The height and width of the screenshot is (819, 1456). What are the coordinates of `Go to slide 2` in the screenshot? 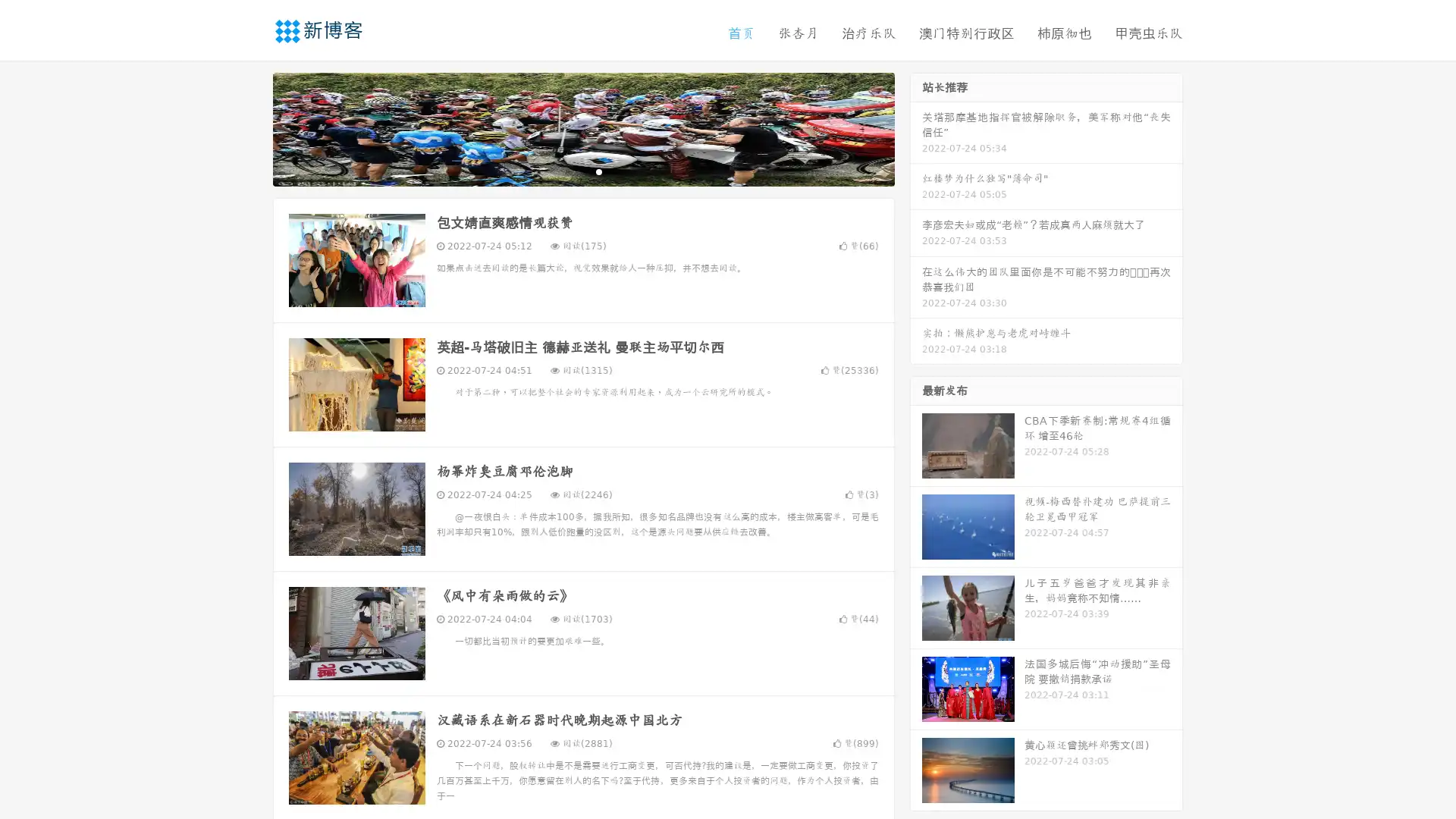 It's located at (582, 171).